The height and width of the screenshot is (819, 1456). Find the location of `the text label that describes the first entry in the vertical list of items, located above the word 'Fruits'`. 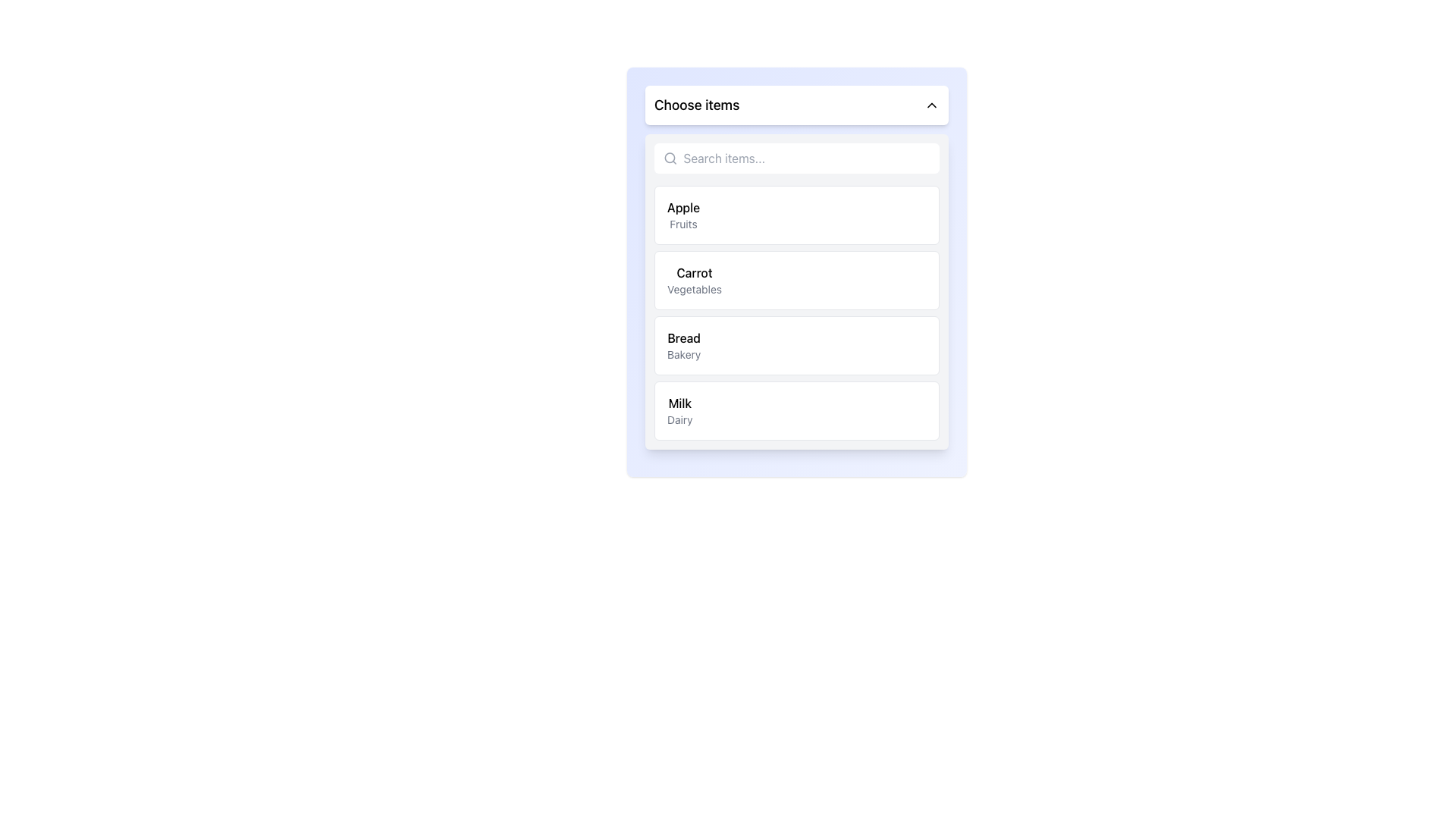

the text label that describes the first entry in the vertical list of items, located above the word 'Fruits' is located at coordinates (682, 207).